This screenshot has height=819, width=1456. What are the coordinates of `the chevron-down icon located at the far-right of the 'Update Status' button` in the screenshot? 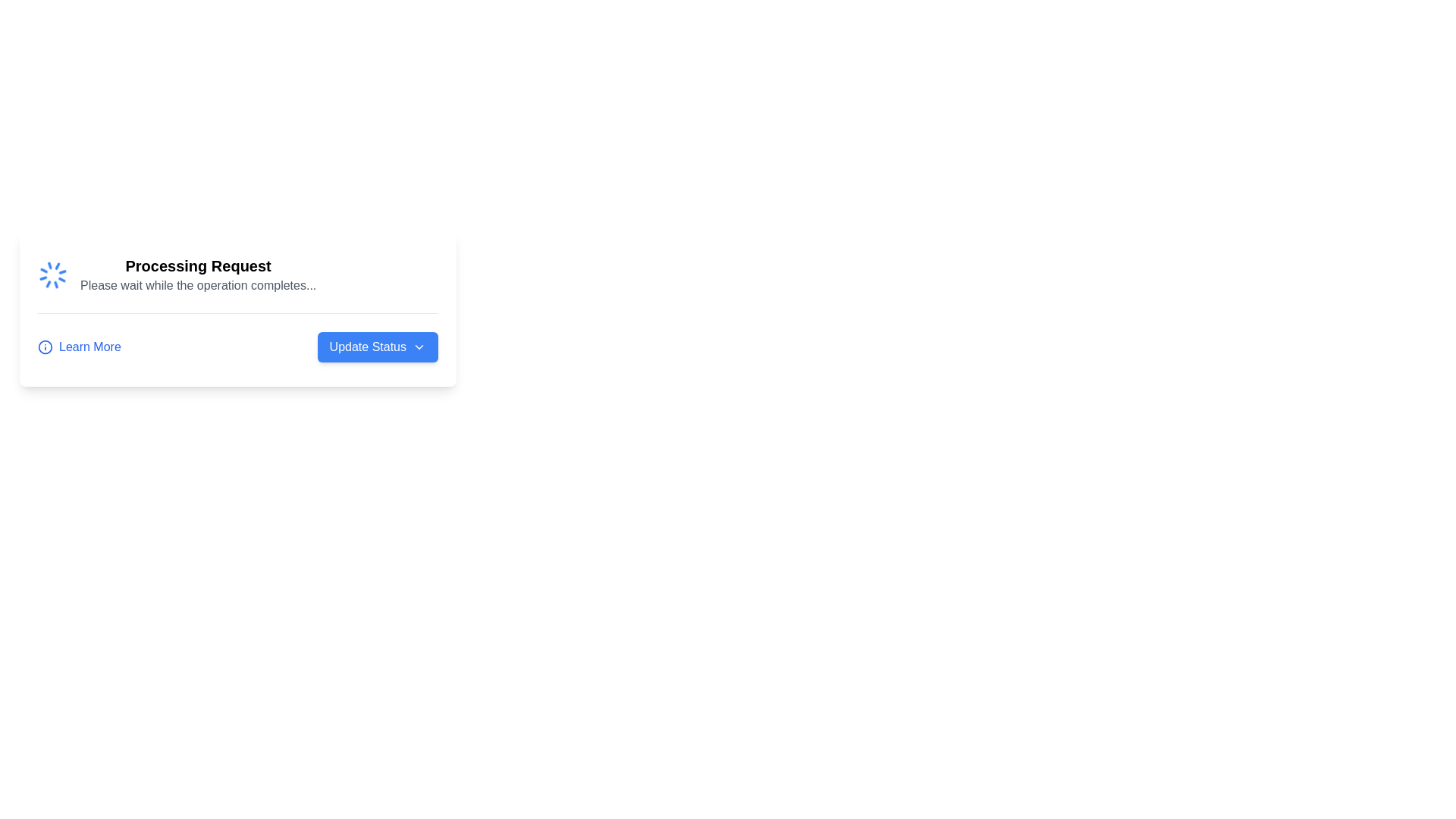 It's located at (419, 347).